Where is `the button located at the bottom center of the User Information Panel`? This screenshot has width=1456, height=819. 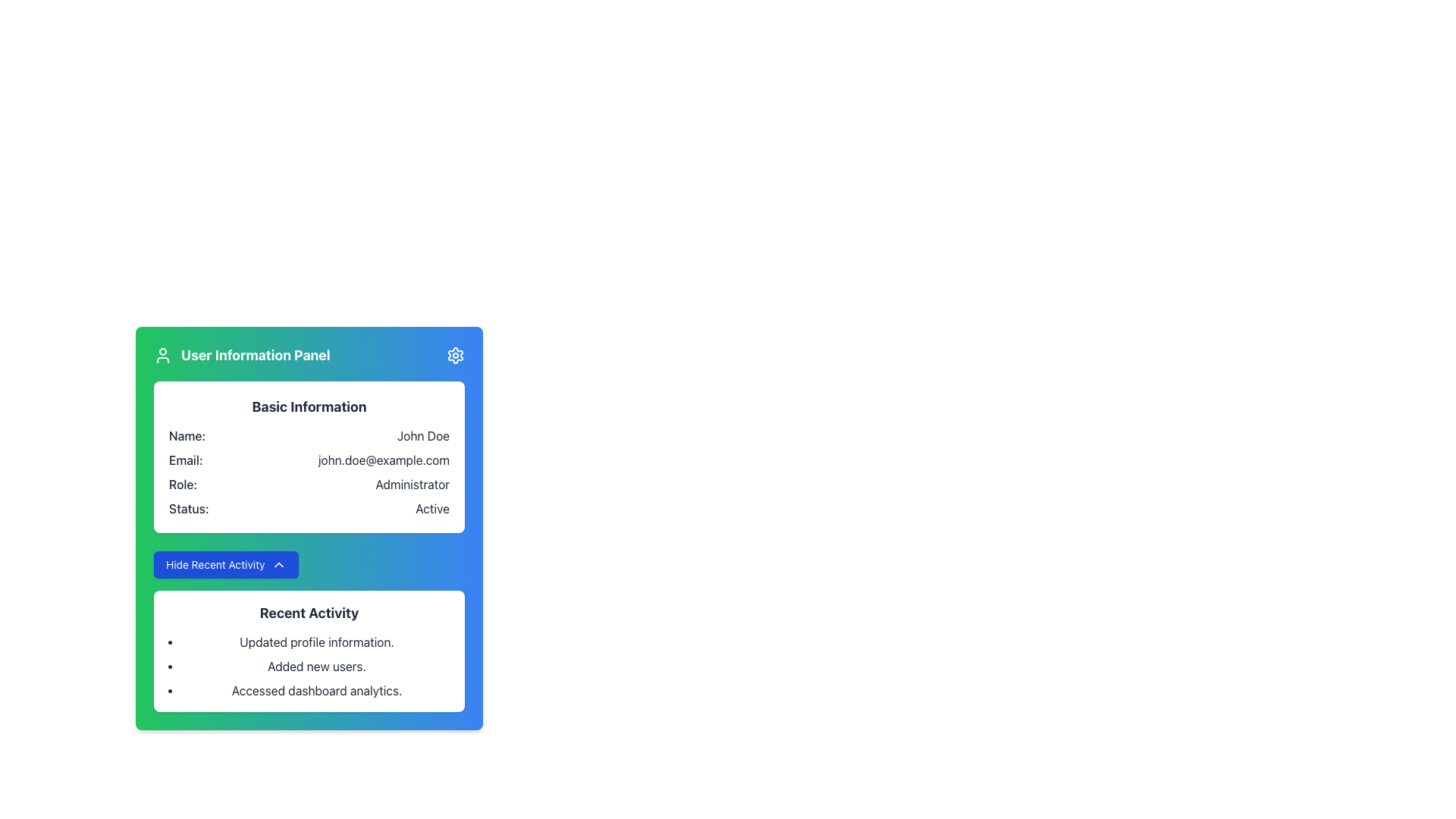 the button located at the bottom center of the User Information Panel is located at coordinates (225, 564).